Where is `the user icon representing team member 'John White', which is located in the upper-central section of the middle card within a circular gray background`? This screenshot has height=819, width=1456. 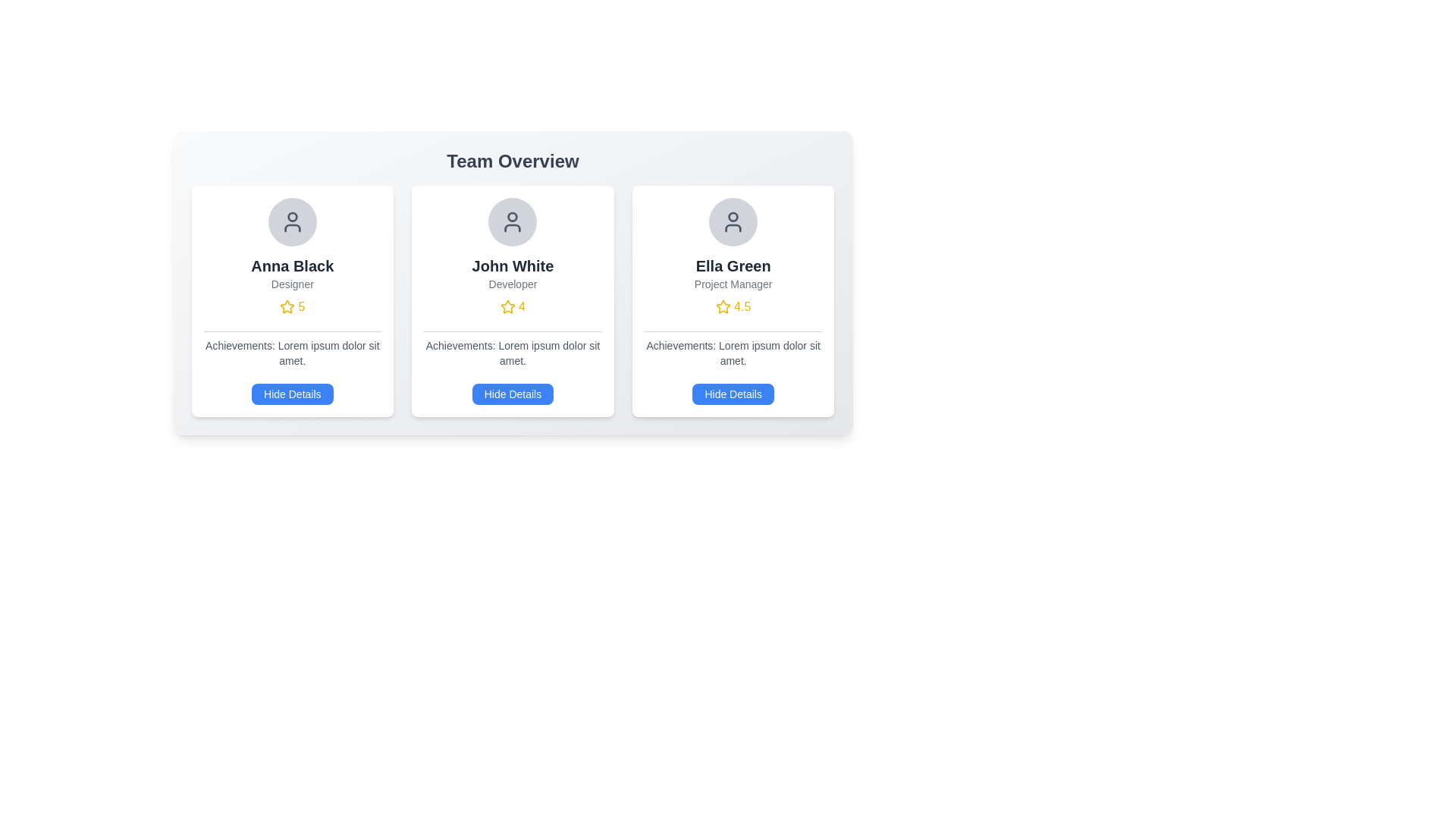 the user icon representing team member 'John White', which is located in the upper-central section of the middle card within a circular gray background is located at coordinates (513, 222).